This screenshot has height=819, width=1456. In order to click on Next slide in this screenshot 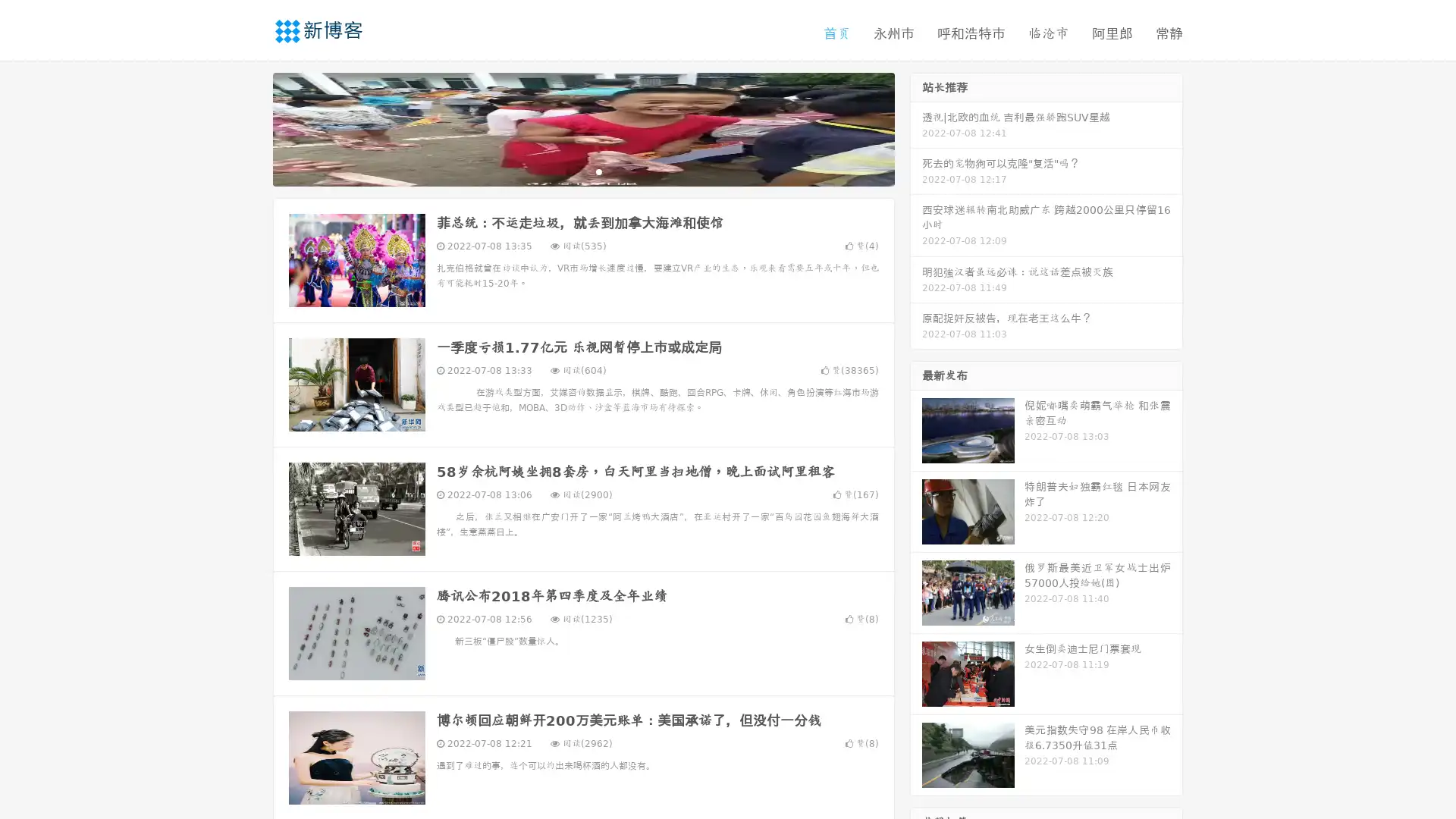, I will do `click(916, 127)`.